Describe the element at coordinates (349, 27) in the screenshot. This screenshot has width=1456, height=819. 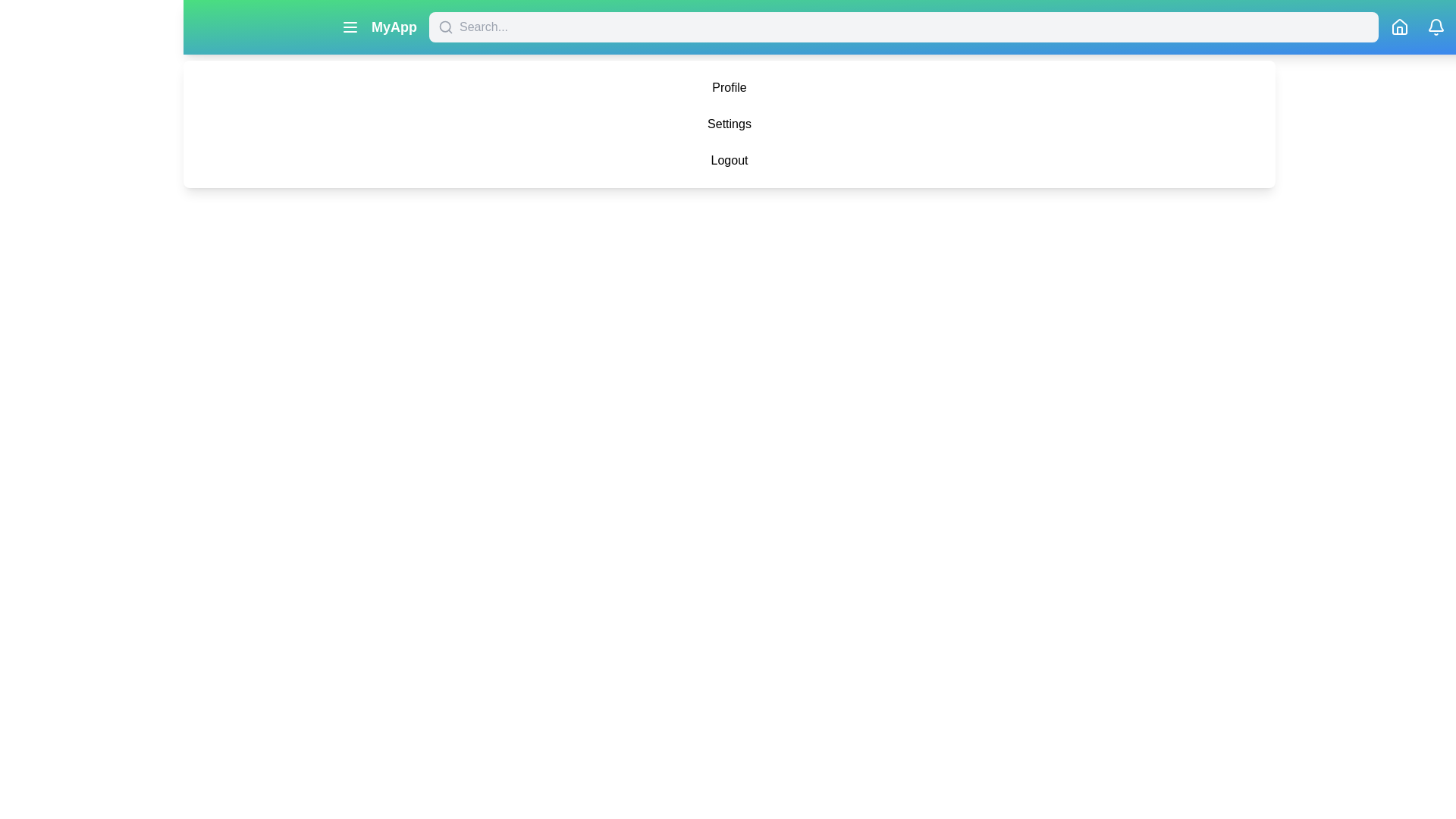
I see `the menu icon button, which is represented by three horizontal lines stacked vertically, located to the left of the 'MyApp' text in the header section` at that location.